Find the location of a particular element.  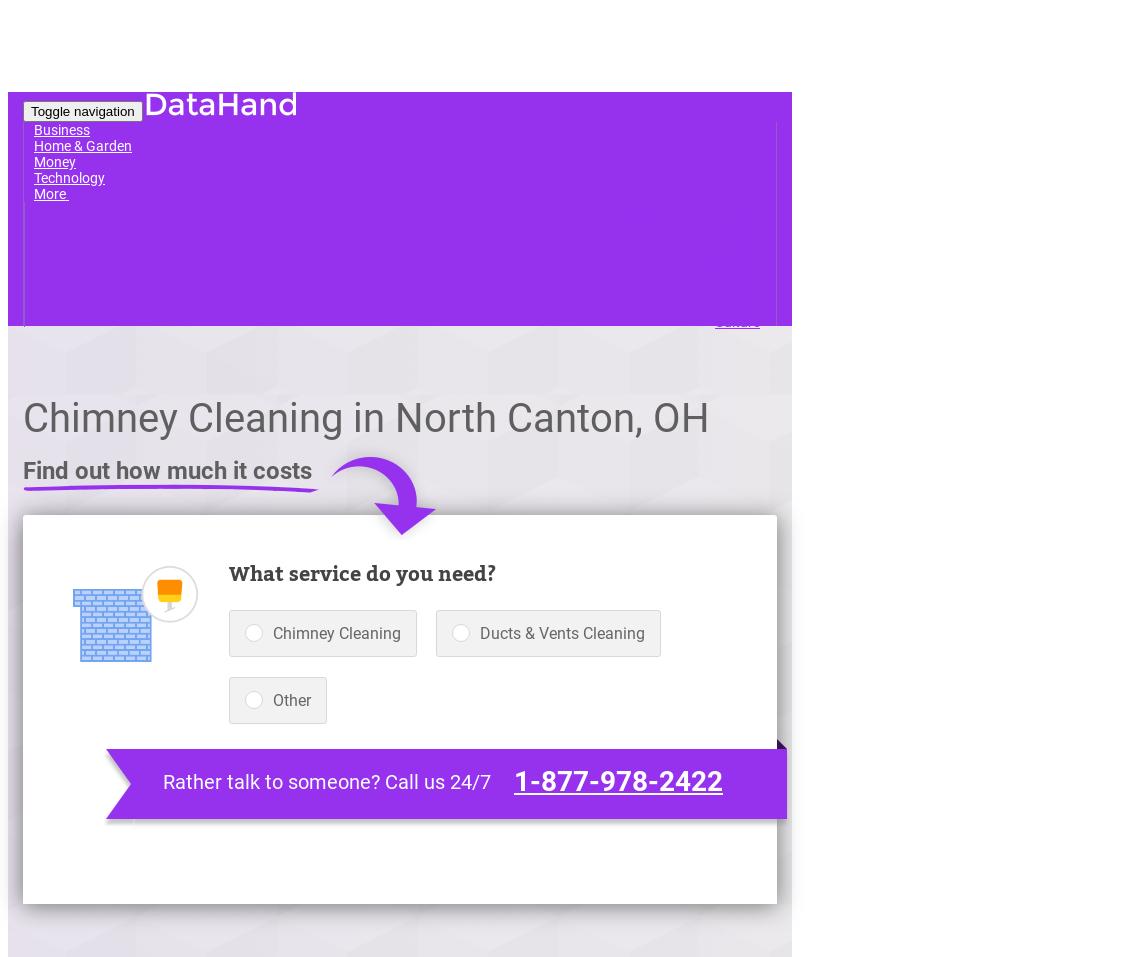

'Chimney Cleaning' is located at coordinates (336, 632).